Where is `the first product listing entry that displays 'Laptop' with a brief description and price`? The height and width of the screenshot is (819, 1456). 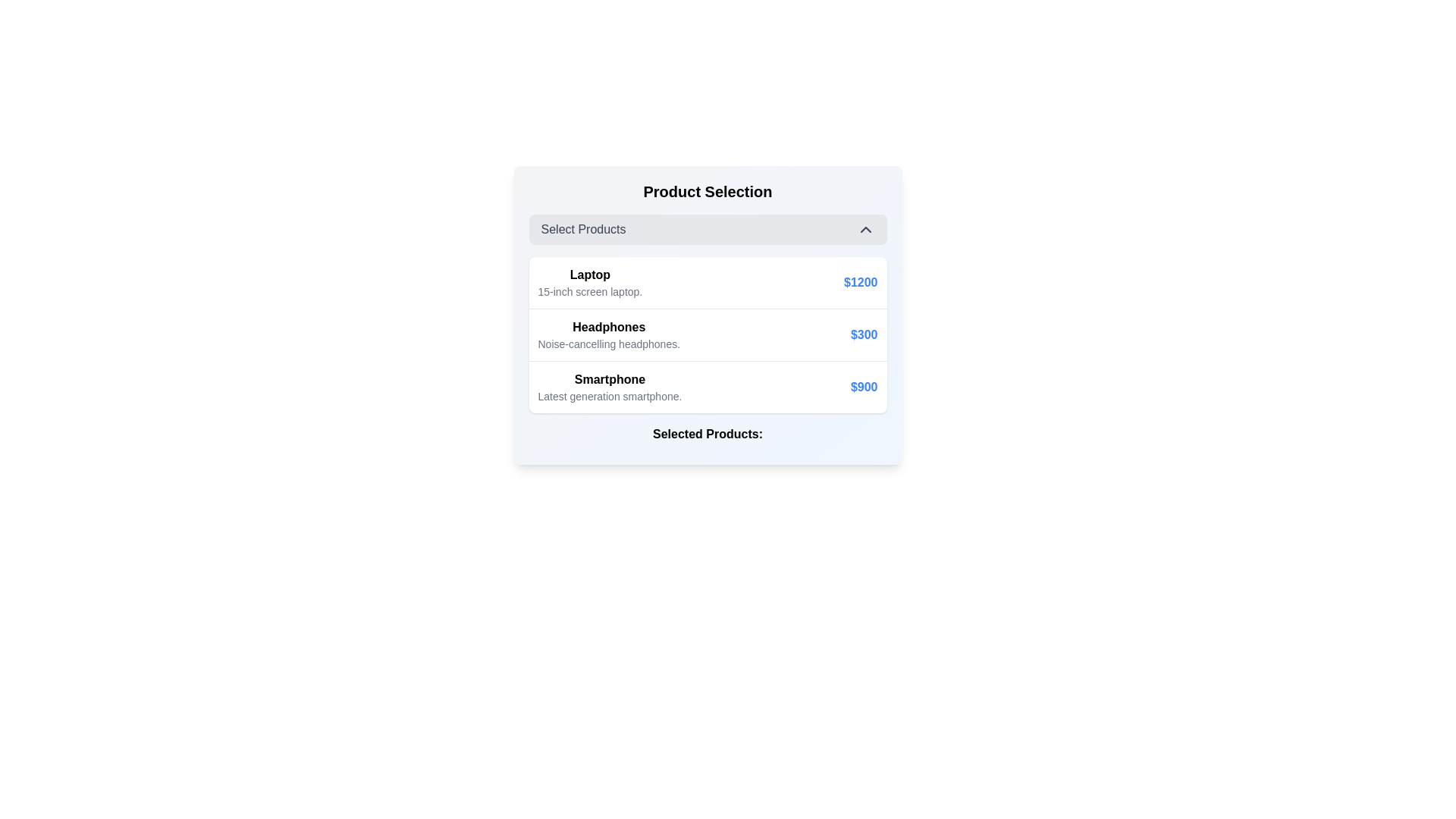
the first product listing entry that displays 'Laptop' with a brief description and price is located at coordinates (707, 283).